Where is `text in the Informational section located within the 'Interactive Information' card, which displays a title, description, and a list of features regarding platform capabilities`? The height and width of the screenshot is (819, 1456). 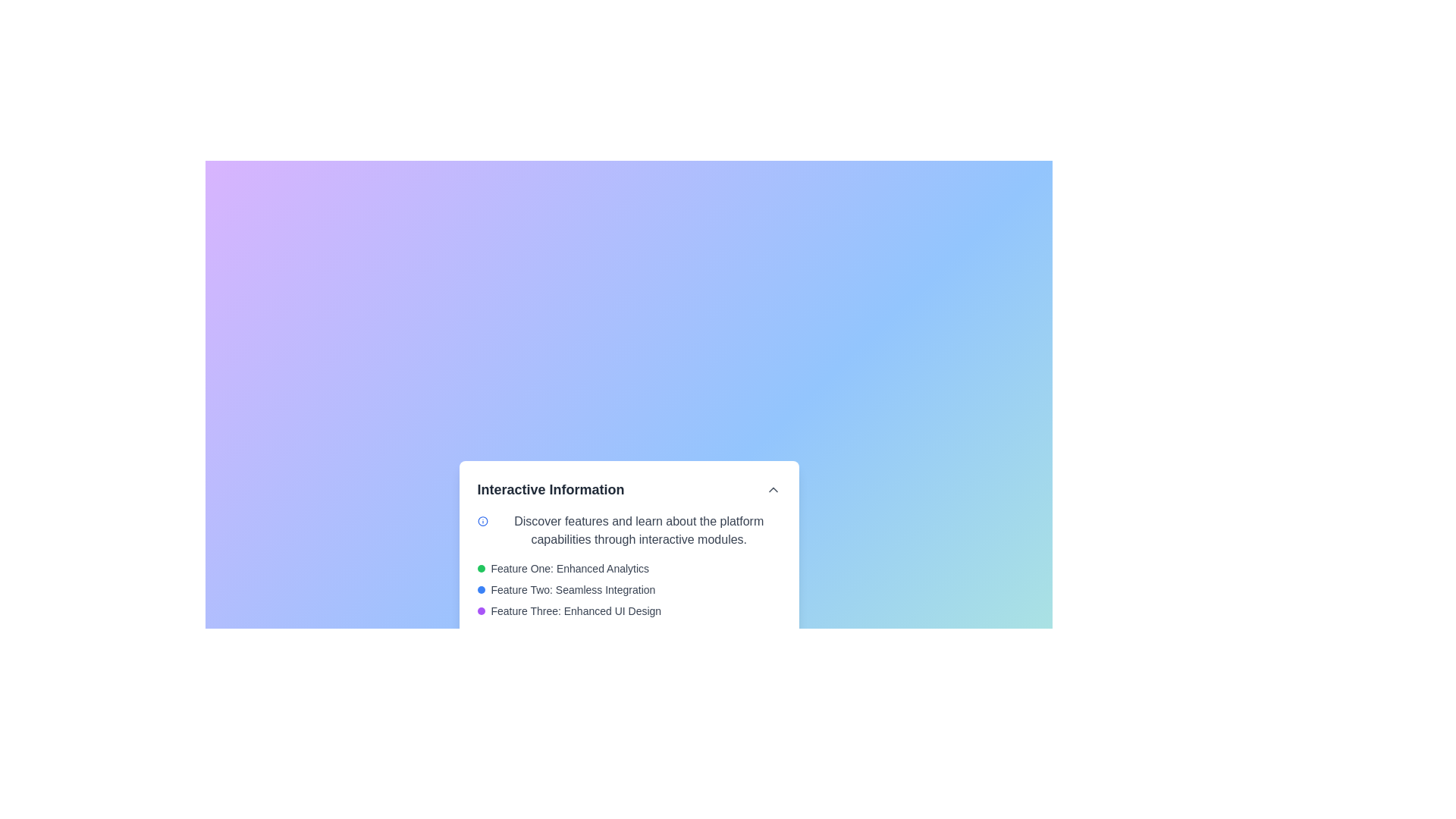
text in the Informational section located within the 'Interactive Information' card, which displays a title, description, and a list of features regarding platform capabilities is located at coordinates (629, 586).